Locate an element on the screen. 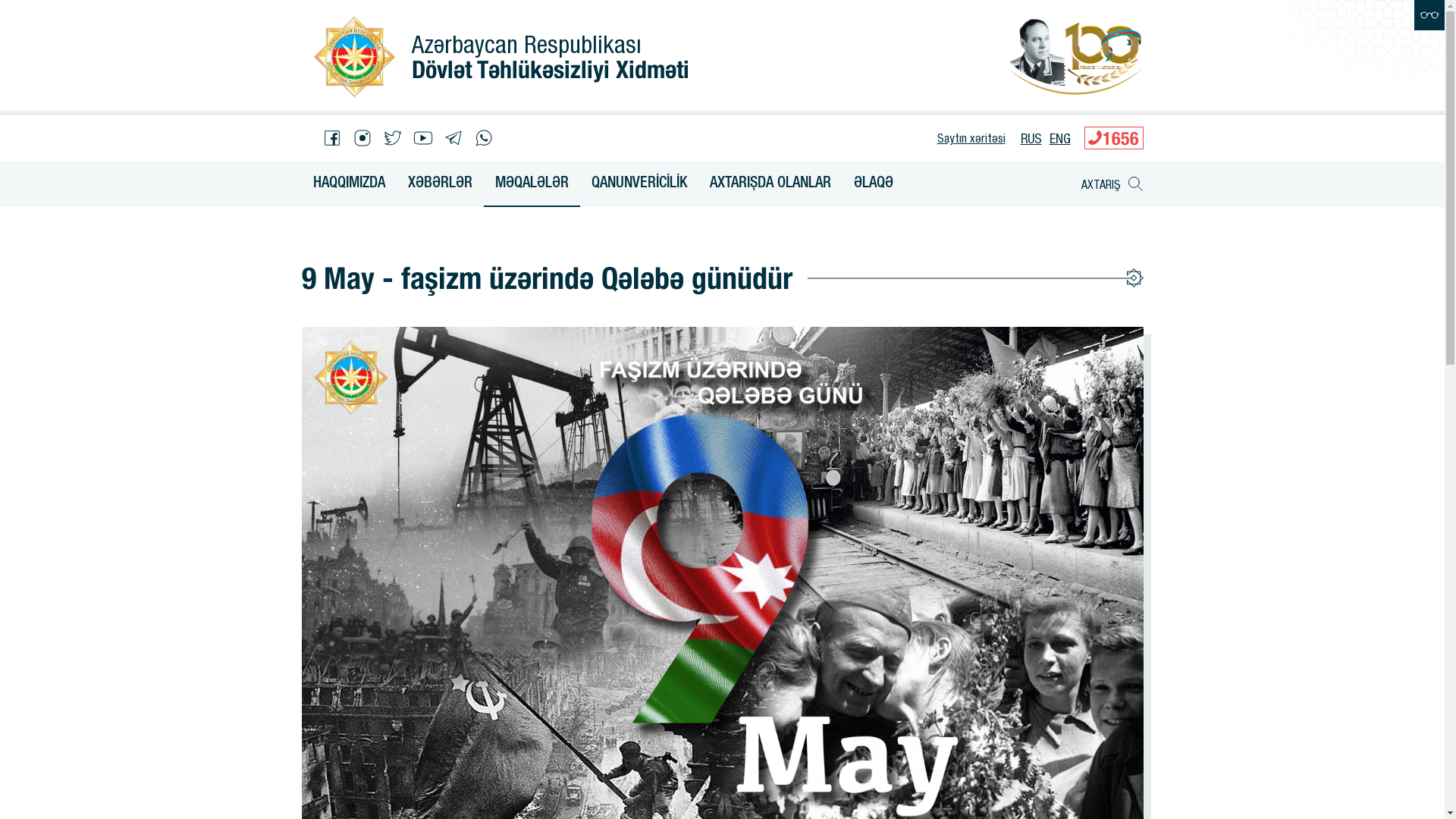  '1656' is located at coordinates (1113, 137).